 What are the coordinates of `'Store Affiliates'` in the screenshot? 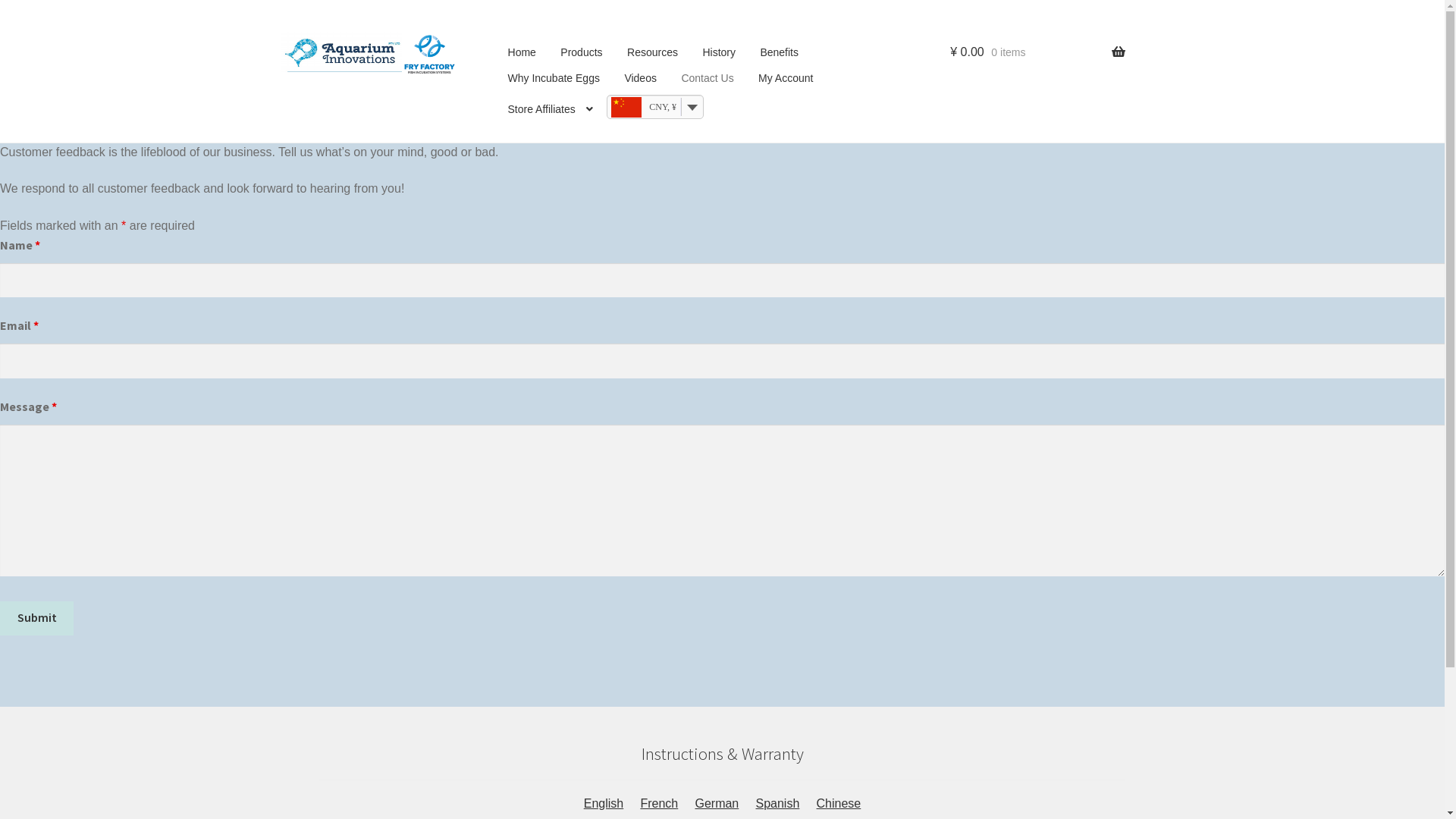 It's located at (549, 112).